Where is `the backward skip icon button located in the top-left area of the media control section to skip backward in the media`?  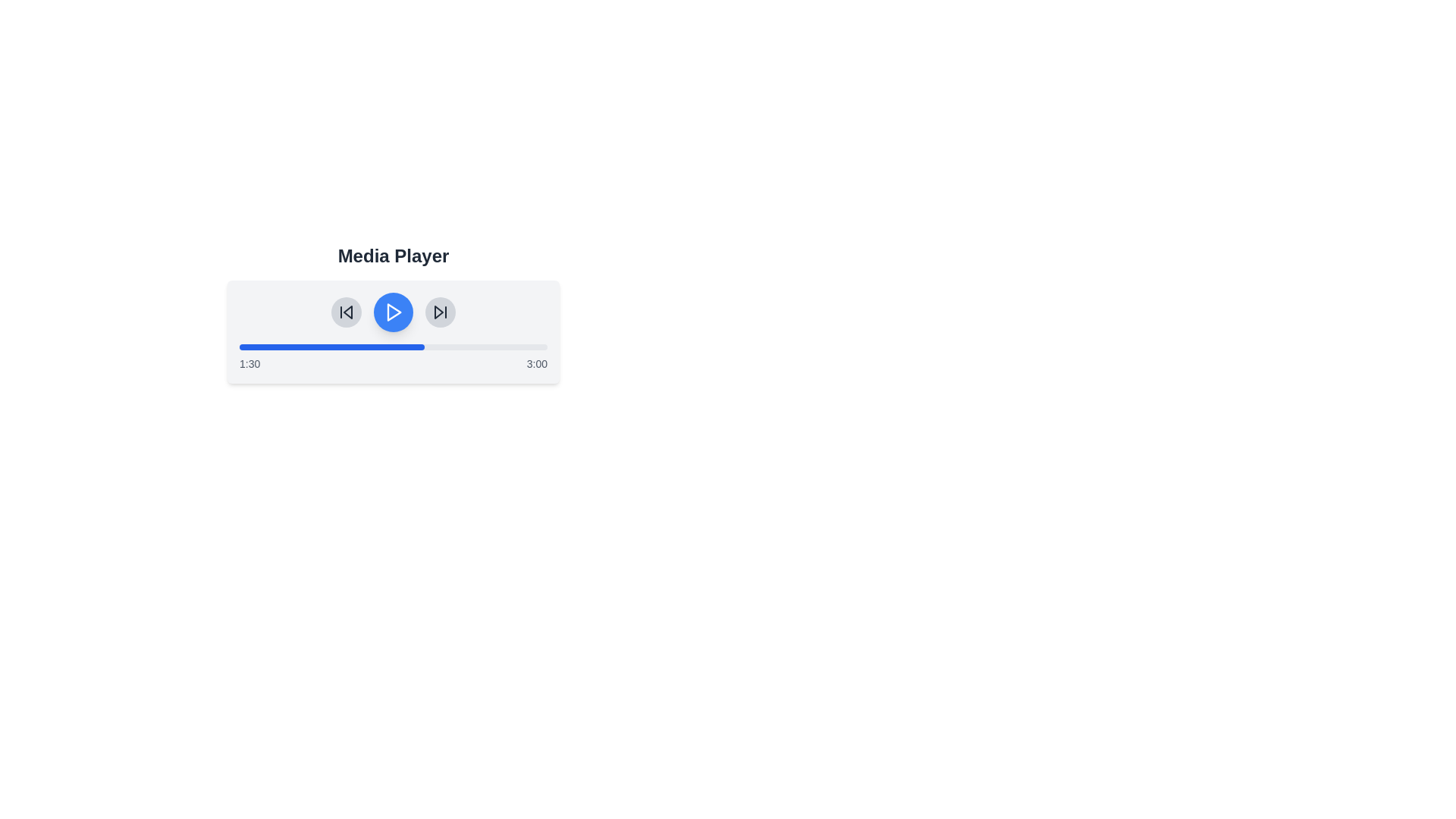 the backward skip icon button located in the top-left area of the media control section to skip backward in the media is located at coordinates (345, 312).